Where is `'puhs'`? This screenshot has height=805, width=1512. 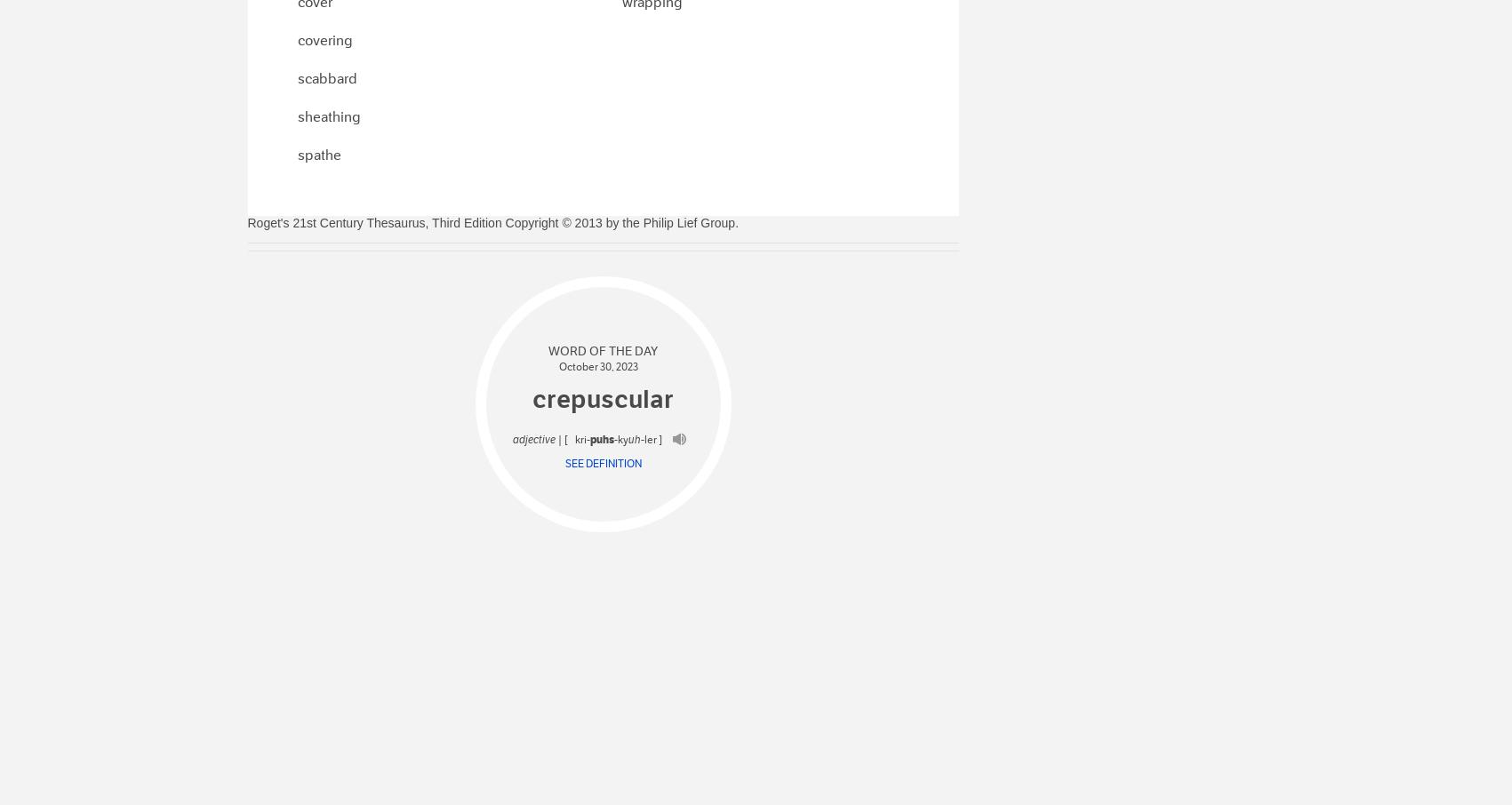
'puhs' is located at coordinates (600, 438).